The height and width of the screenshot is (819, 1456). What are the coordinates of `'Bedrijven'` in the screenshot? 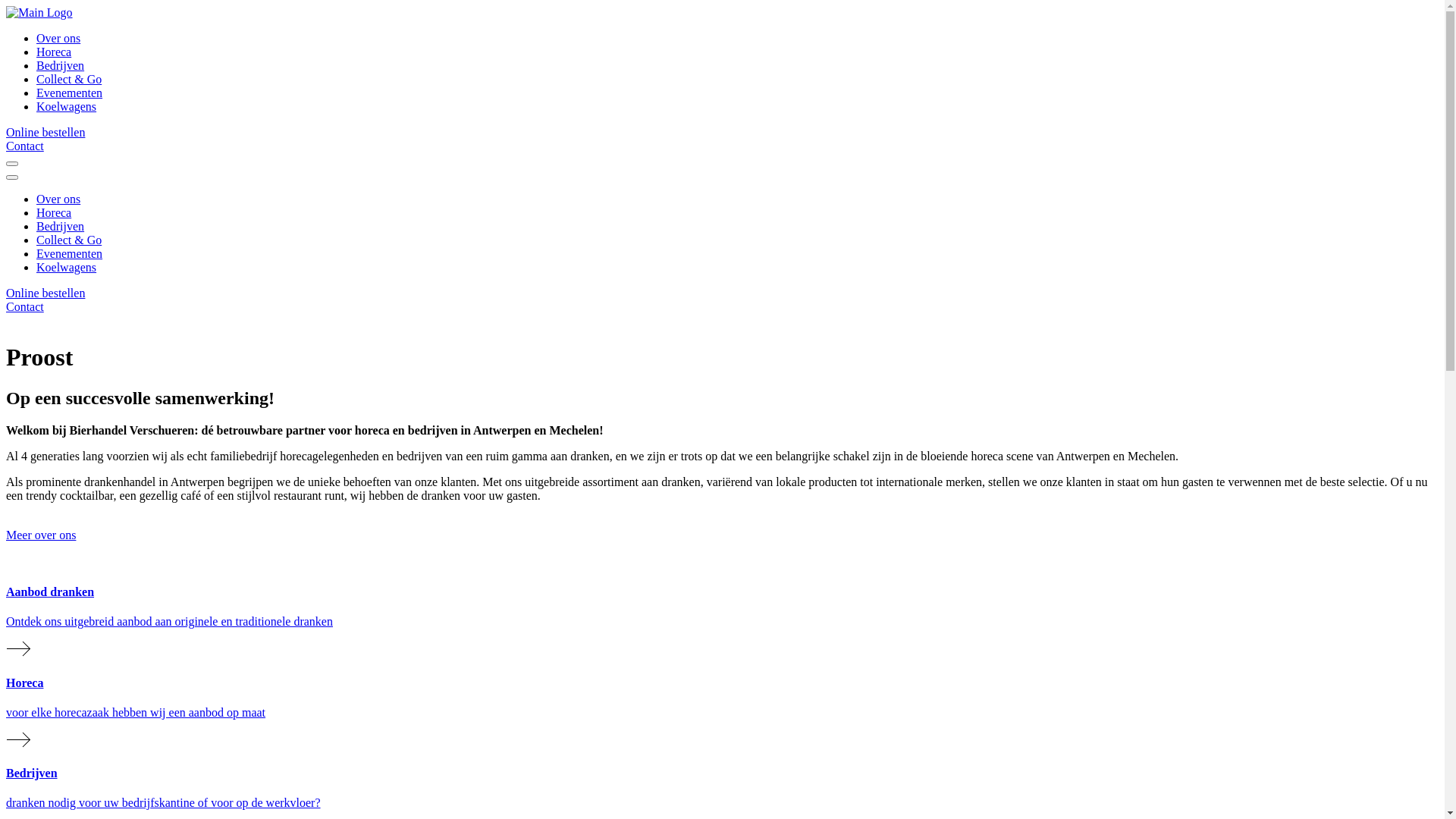 It's located at (60, 64).